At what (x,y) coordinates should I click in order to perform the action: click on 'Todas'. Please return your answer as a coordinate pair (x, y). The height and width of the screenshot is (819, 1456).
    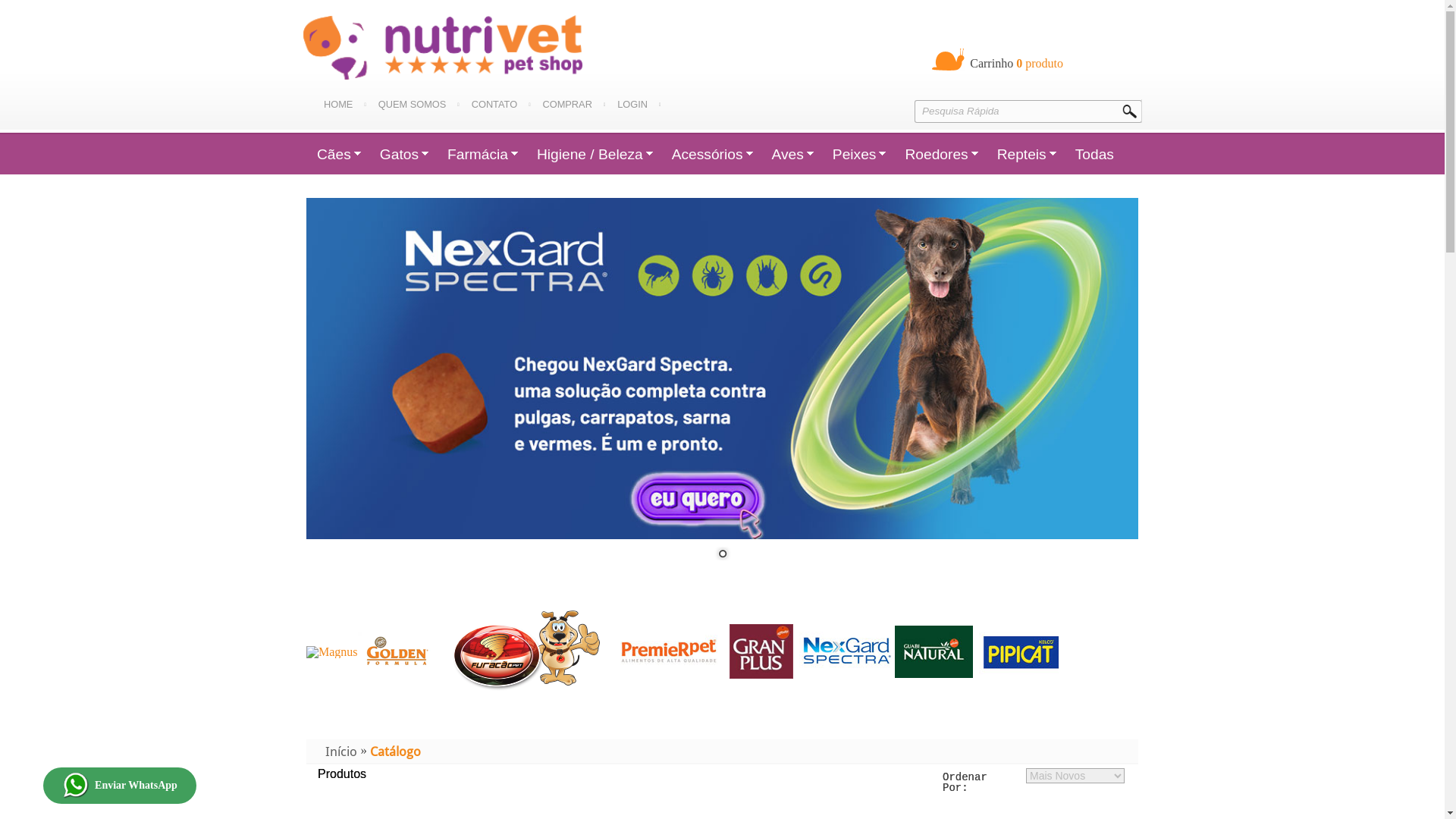
    Looking at the image, I should click on (1059, 154).